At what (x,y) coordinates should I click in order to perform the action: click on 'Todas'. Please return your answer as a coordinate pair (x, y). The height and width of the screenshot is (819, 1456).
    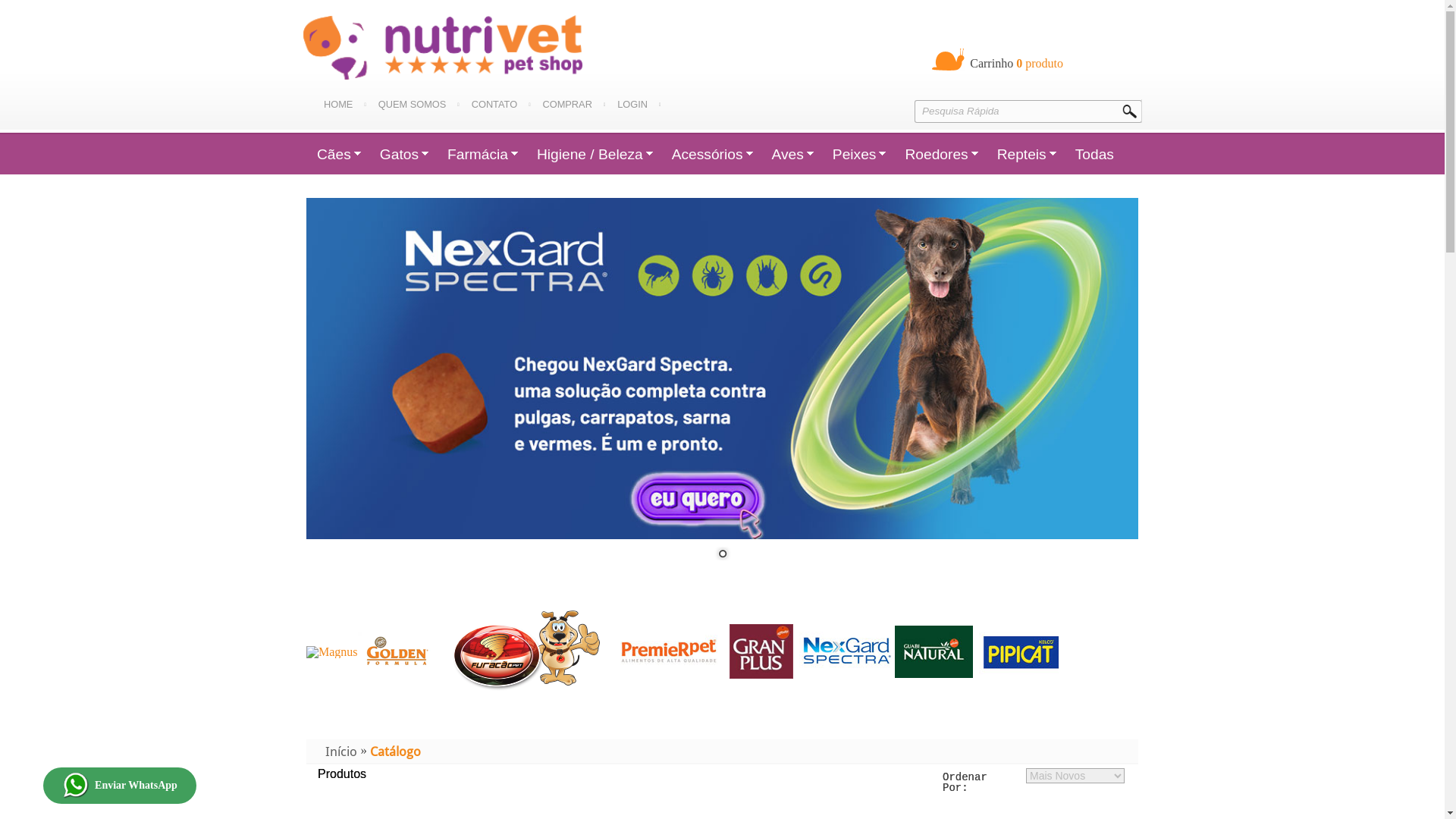
    Looking at the image, I should click on (1059, 154).